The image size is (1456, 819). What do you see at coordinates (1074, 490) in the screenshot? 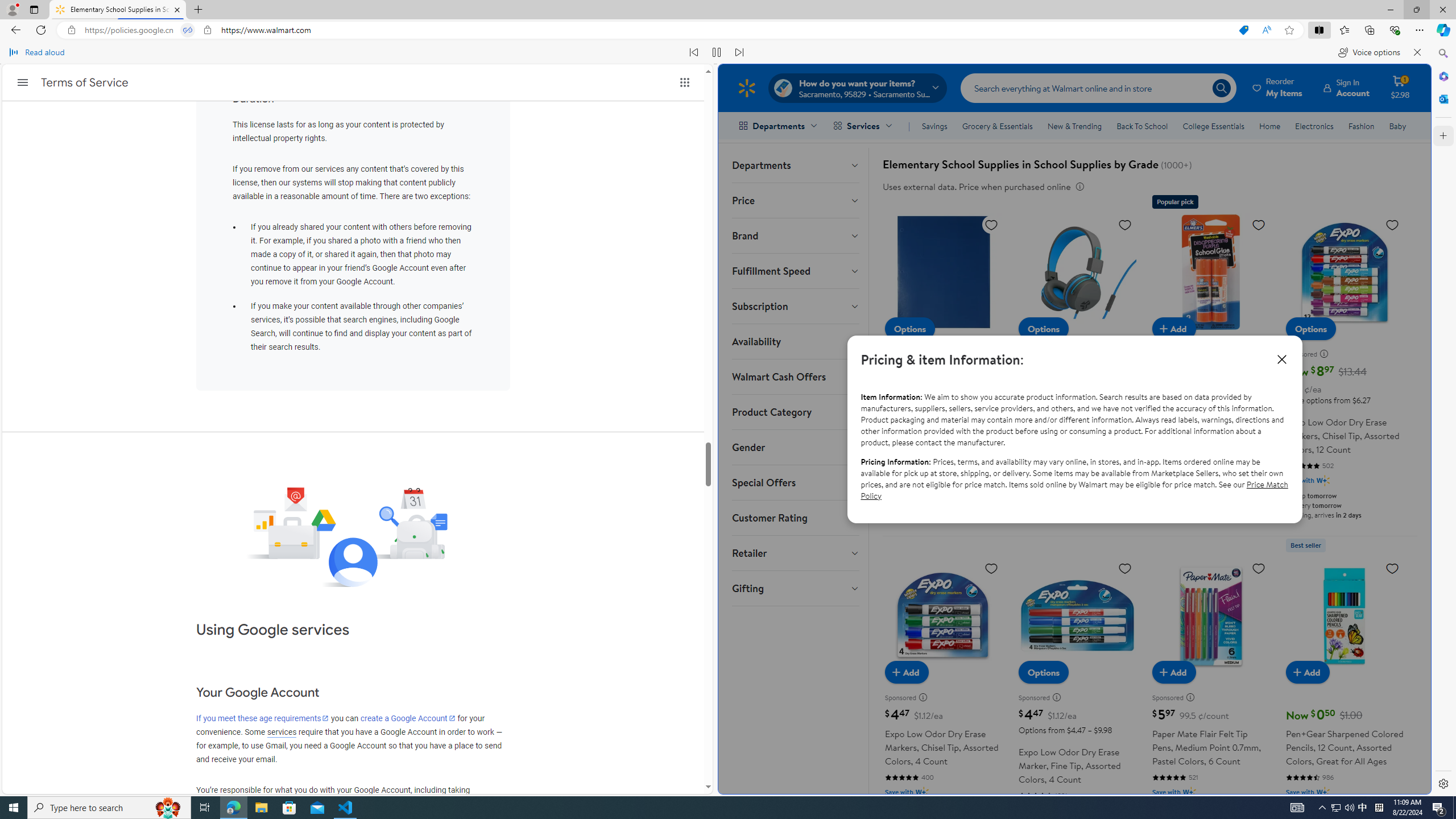
I see `'Price Match Policy'` at bounding box center [1074, 490].